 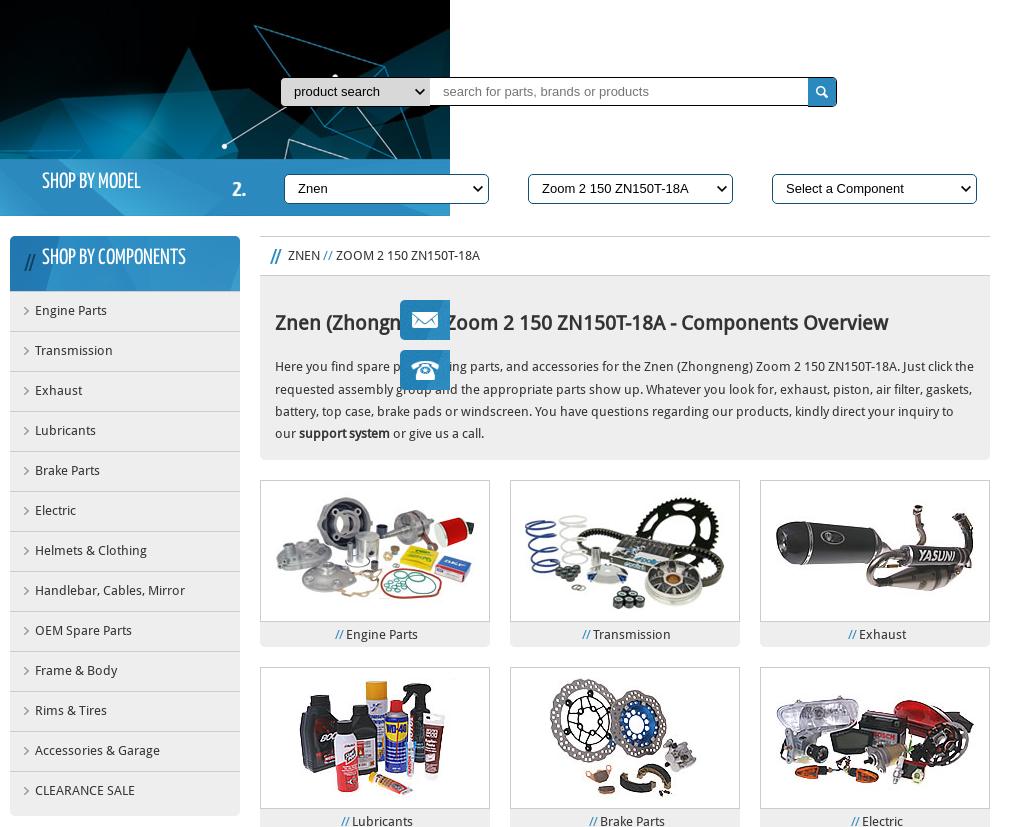 I want to click on 'Frame & Body', so click(x=74, y=669).